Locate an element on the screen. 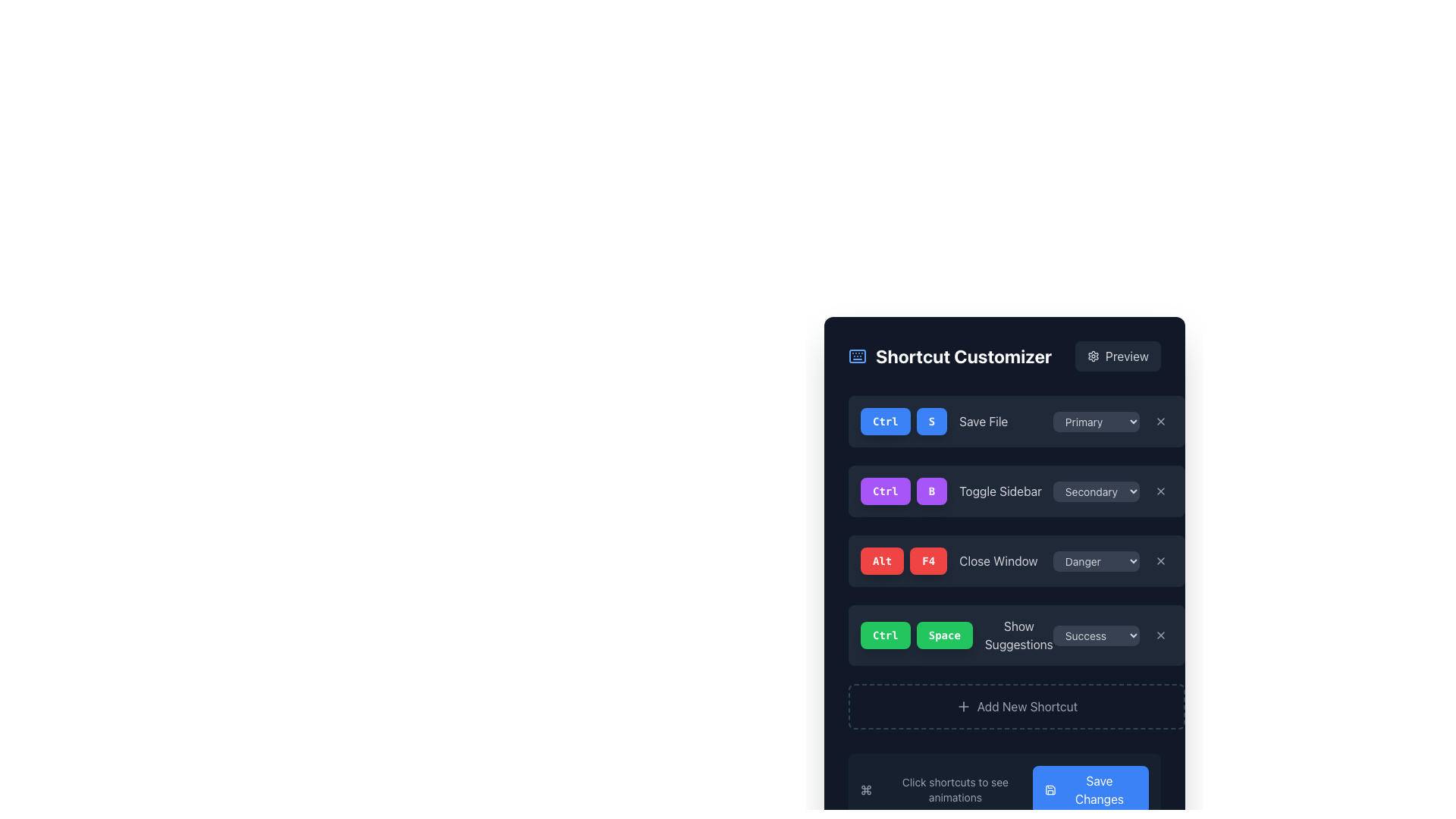 The width and height of the screenshot is (1456, 819). the 'Save' button text label located at the bottom right of the 'Shortcut Customizer' panel is located at coordinates (1099, 789).